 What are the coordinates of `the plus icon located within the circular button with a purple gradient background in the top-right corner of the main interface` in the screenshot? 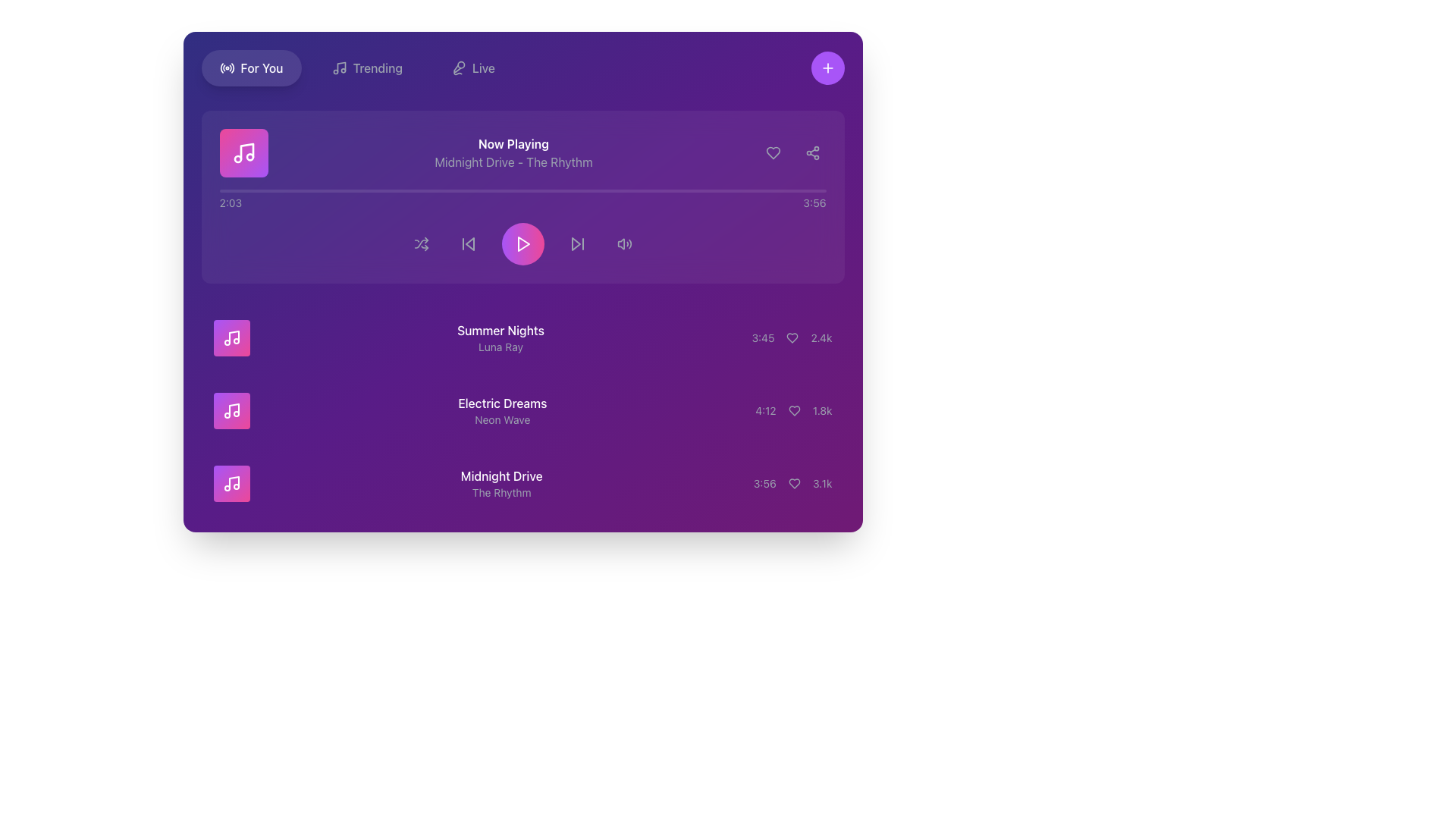 It's located at (827, 67).